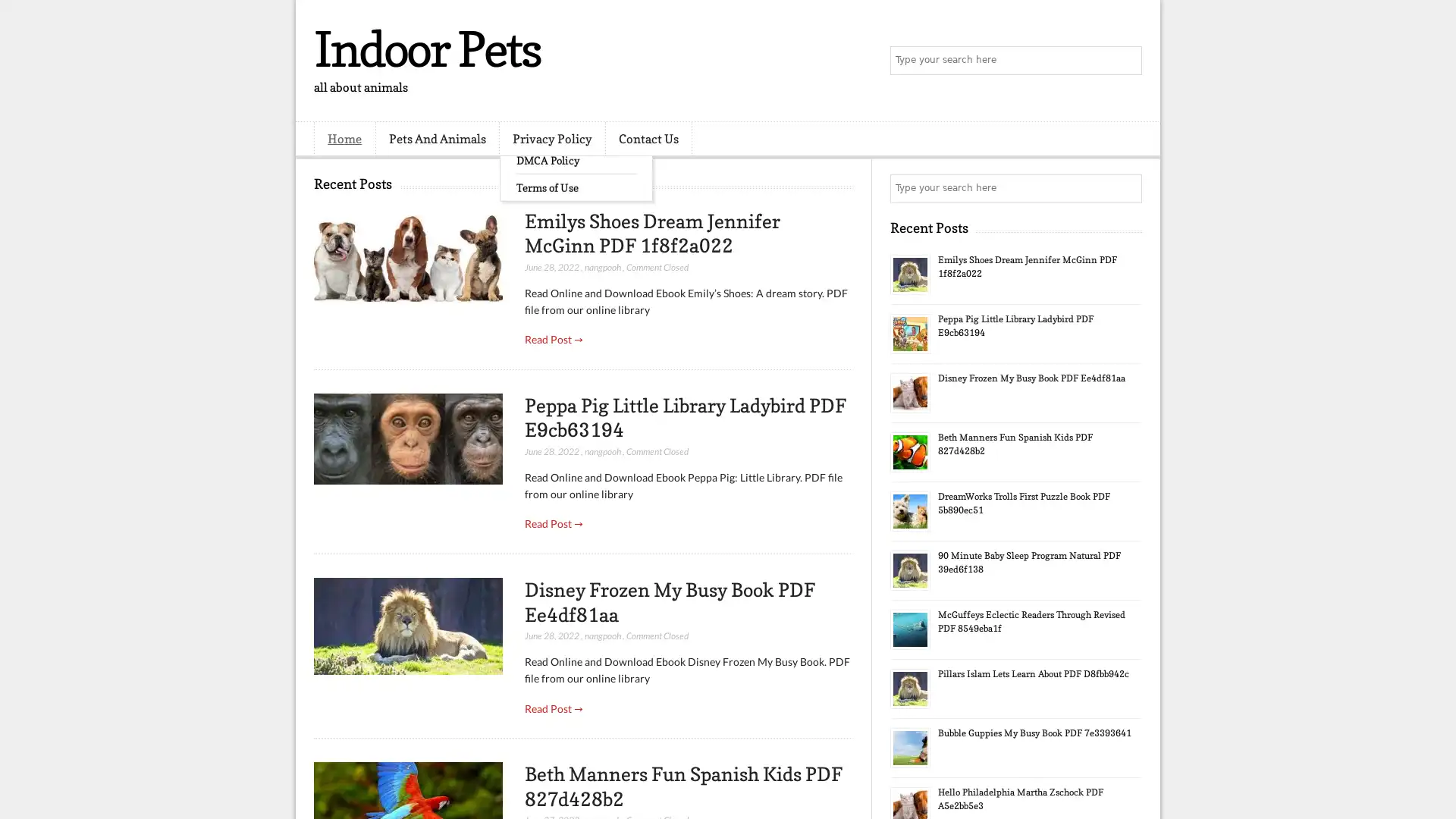 The width and height of the screenshot is (1456, 819). What do you see at coordinates (1126, 188) in the screenshot?
I see `Search` at bounding box center [1126, 188].